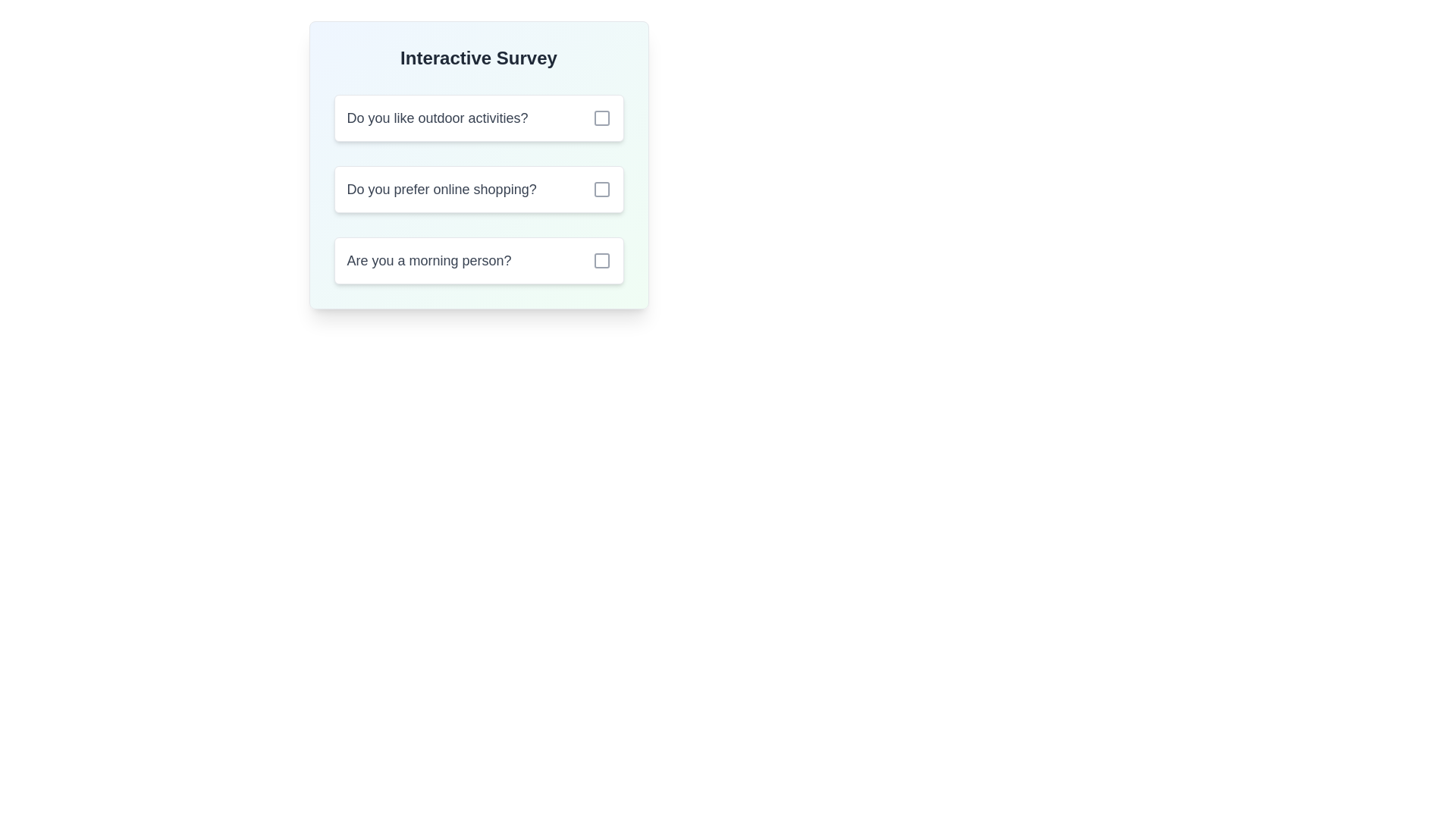  What do you see at coordinates (601, 259) in the screenshot?
I see `the small square inside the checkbox for the last survey question, 'Are you a morning person?'` at bounding box center [601, 259].